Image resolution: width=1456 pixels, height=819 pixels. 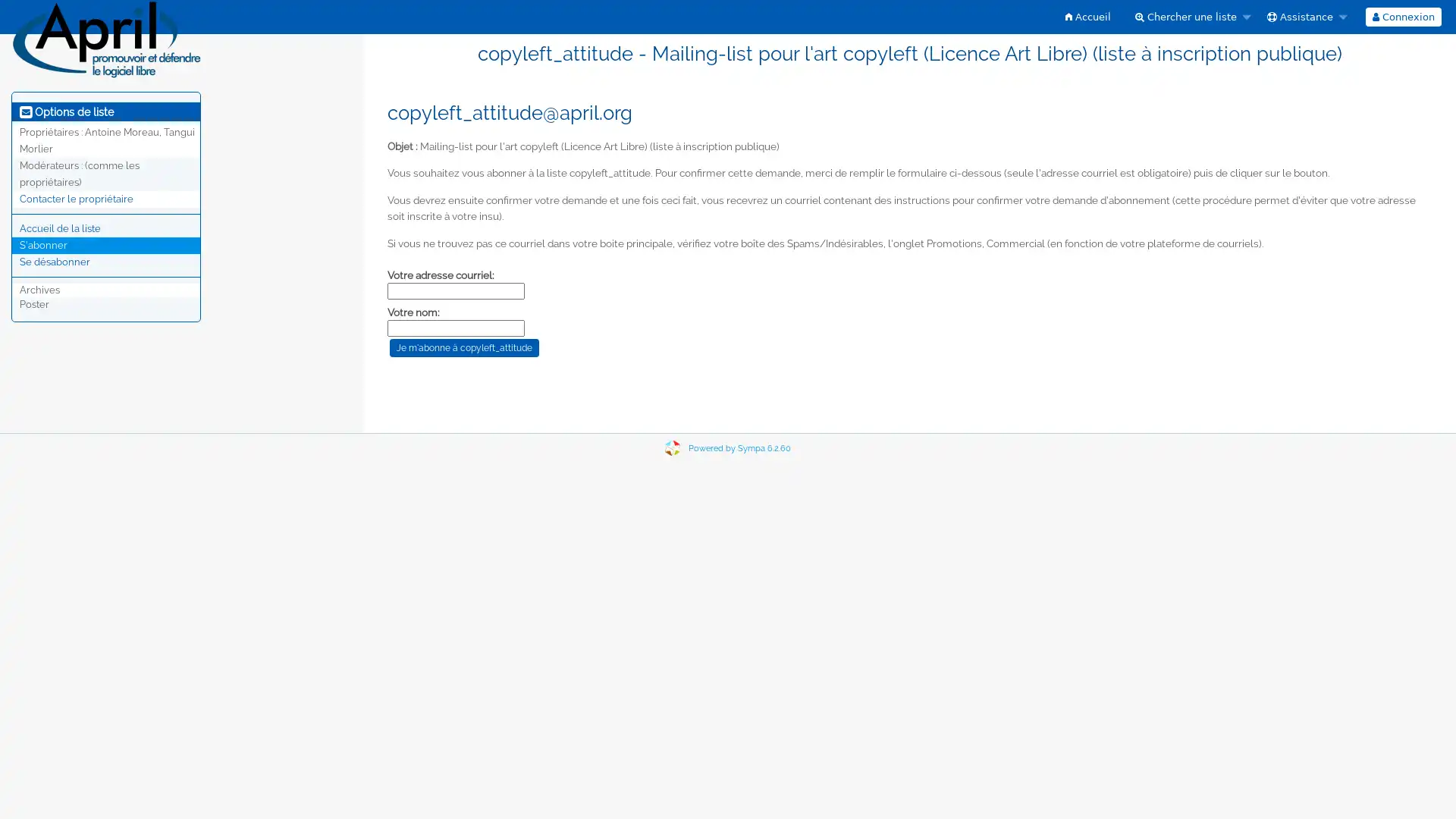 I want to click on Je m'abonne a copyleft_attitude, so click(x=463, y=348).